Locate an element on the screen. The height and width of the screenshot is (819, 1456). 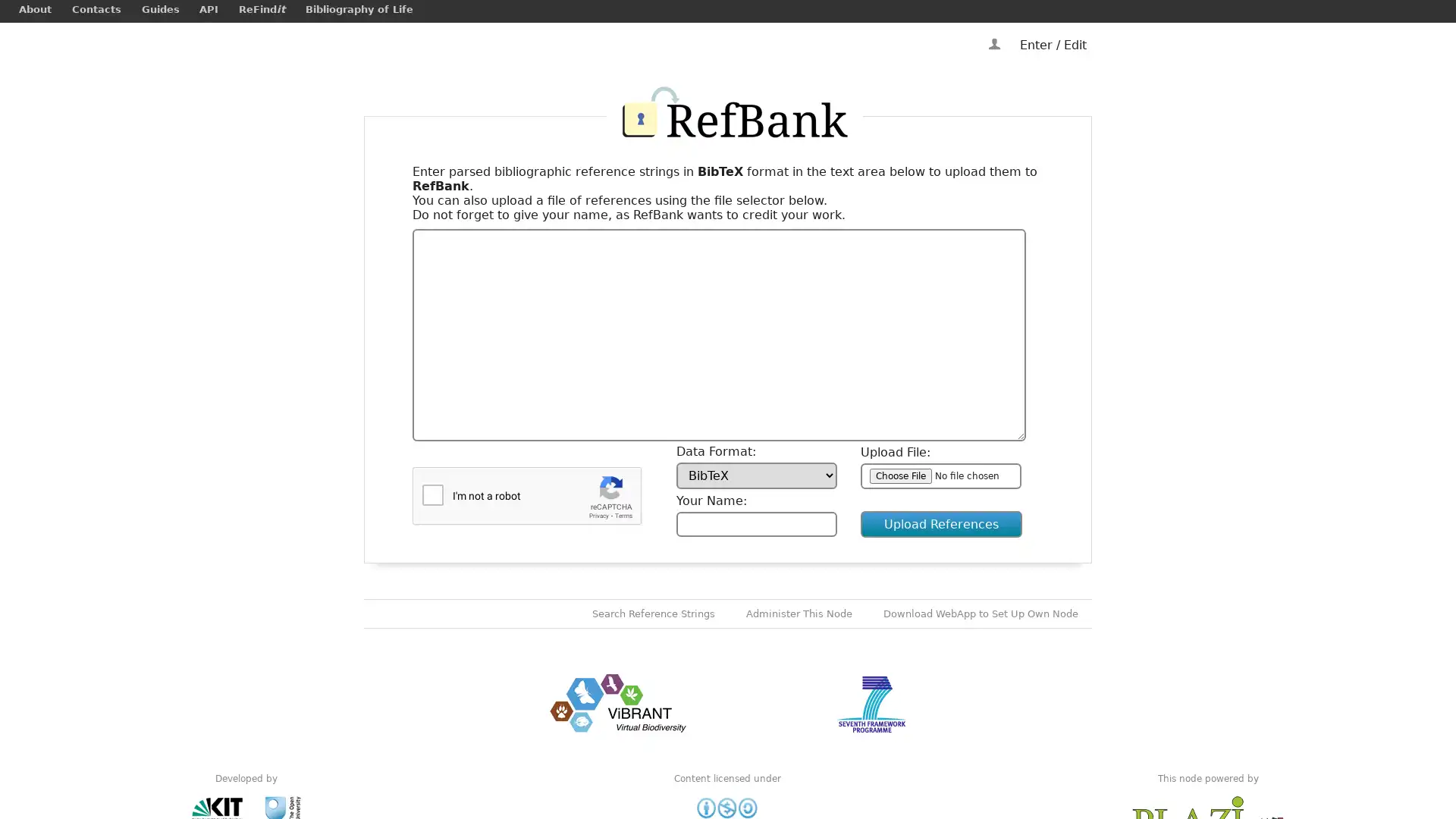
Upload References is located at coordinates (940, 523).